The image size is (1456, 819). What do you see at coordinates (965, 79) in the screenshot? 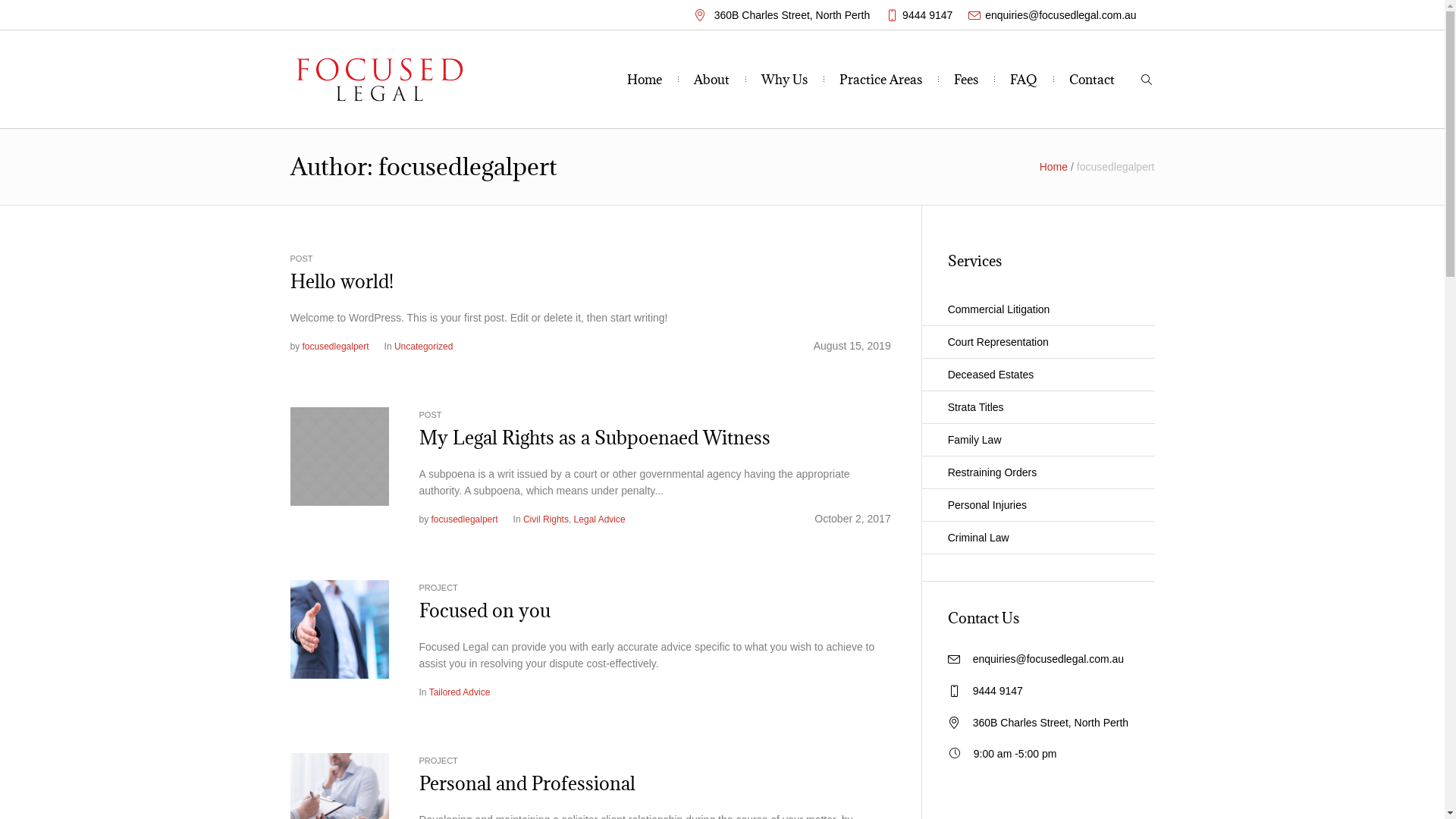
I see `'Fees'` at bounding box center [965, 79].